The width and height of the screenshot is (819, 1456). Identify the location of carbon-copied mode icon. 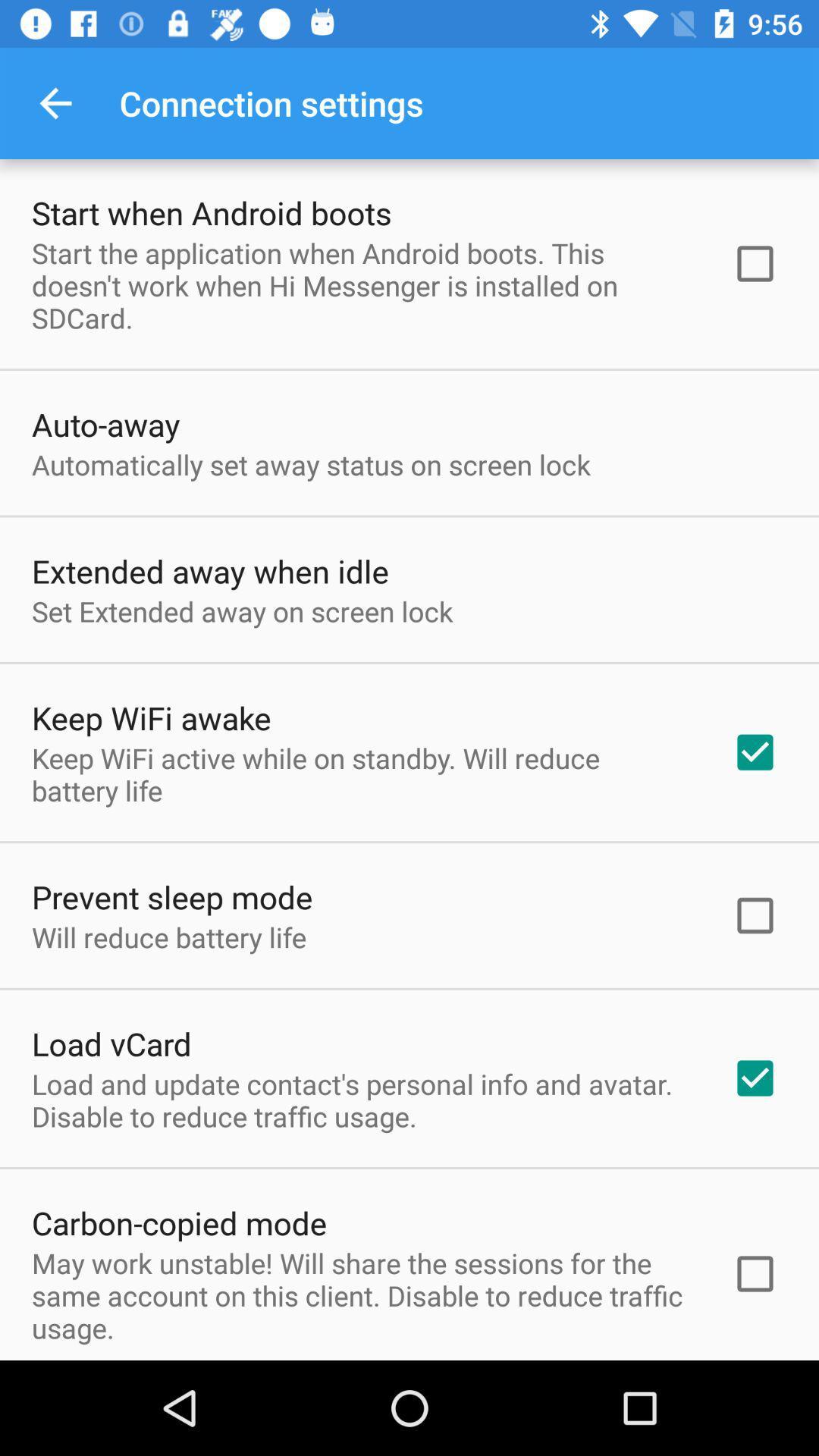
(178, 1222).